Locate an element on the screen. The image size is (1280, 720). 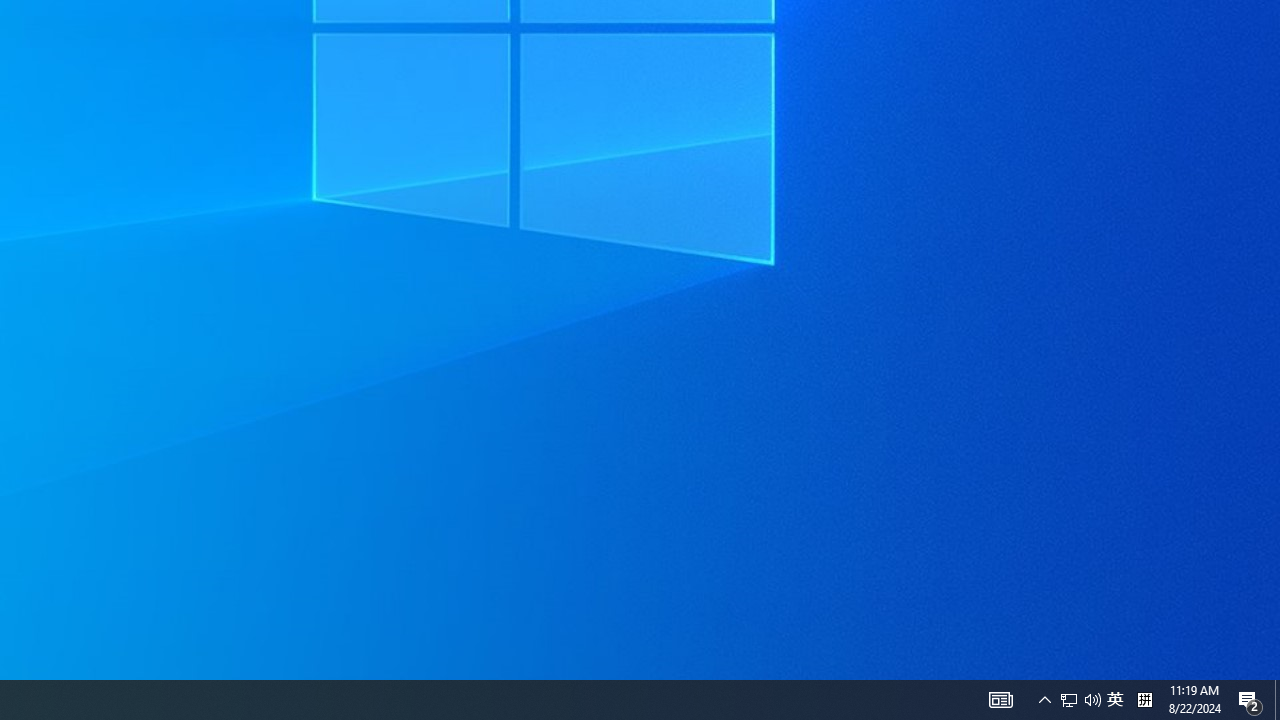
'AutomationID: 4105' is located at coordinates (1000, 698).